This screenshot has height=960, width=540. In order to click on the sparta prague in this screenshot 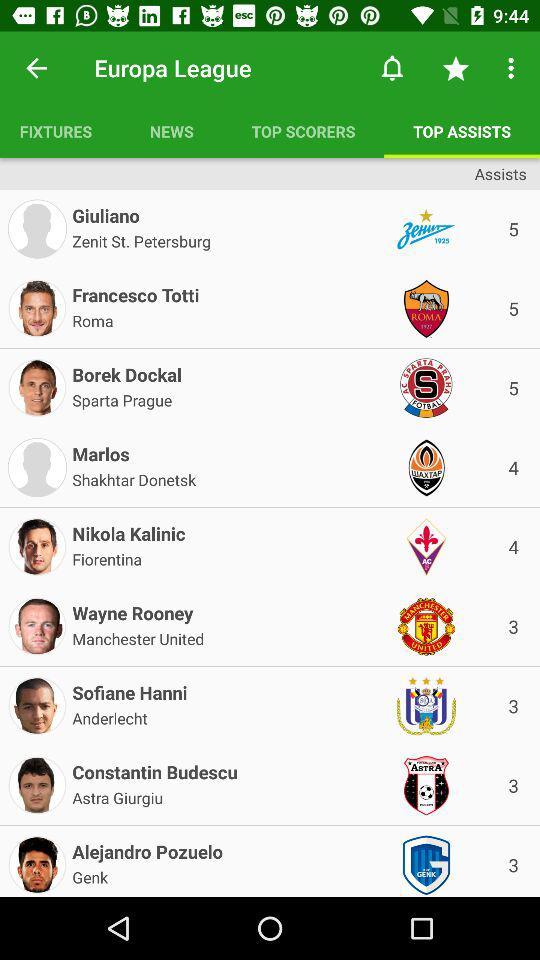, I will do `click(122, 397)`.